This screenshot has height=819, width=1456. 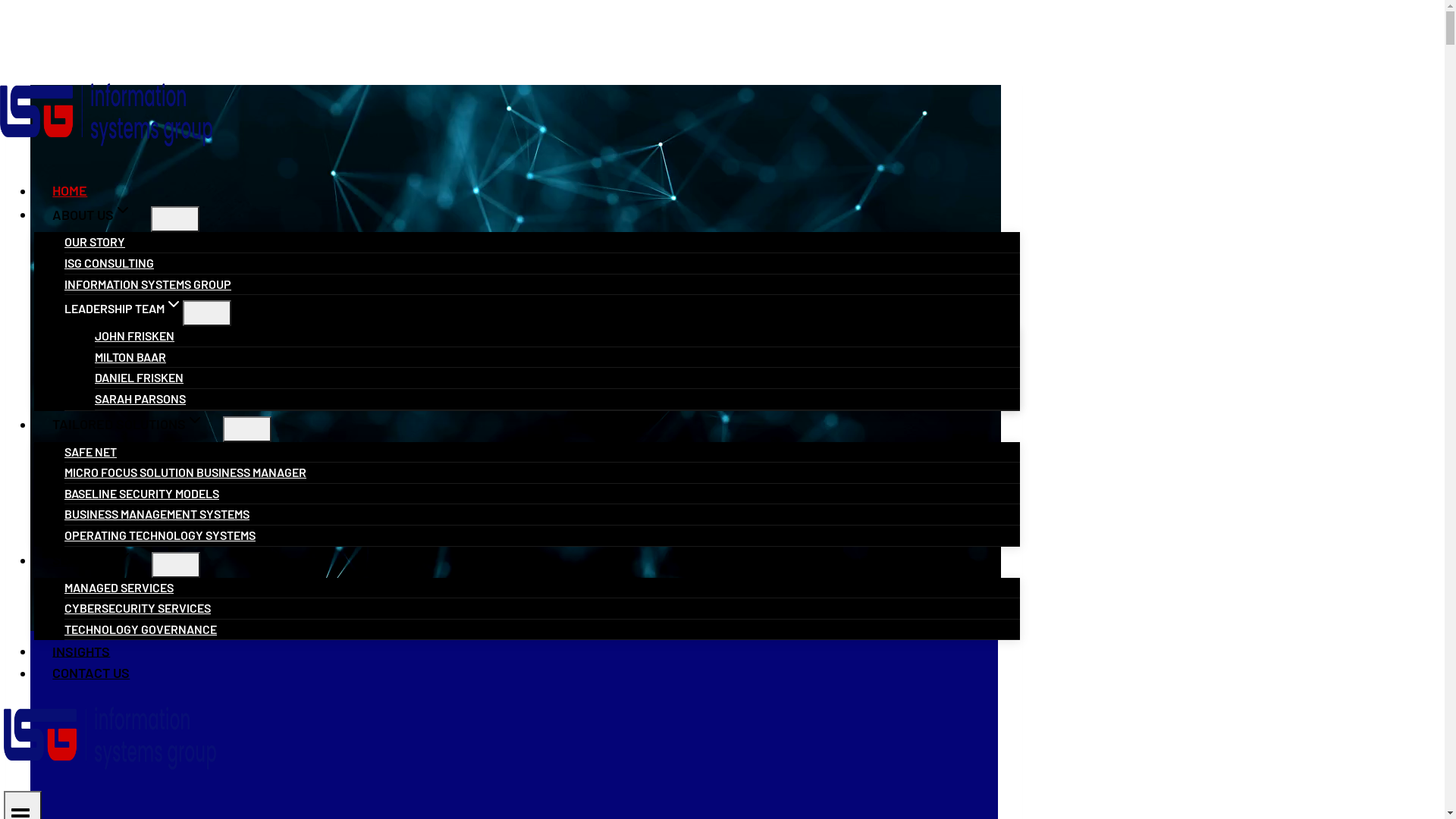 I want to click on 'OUR STORY', so click(x=93, y=240).